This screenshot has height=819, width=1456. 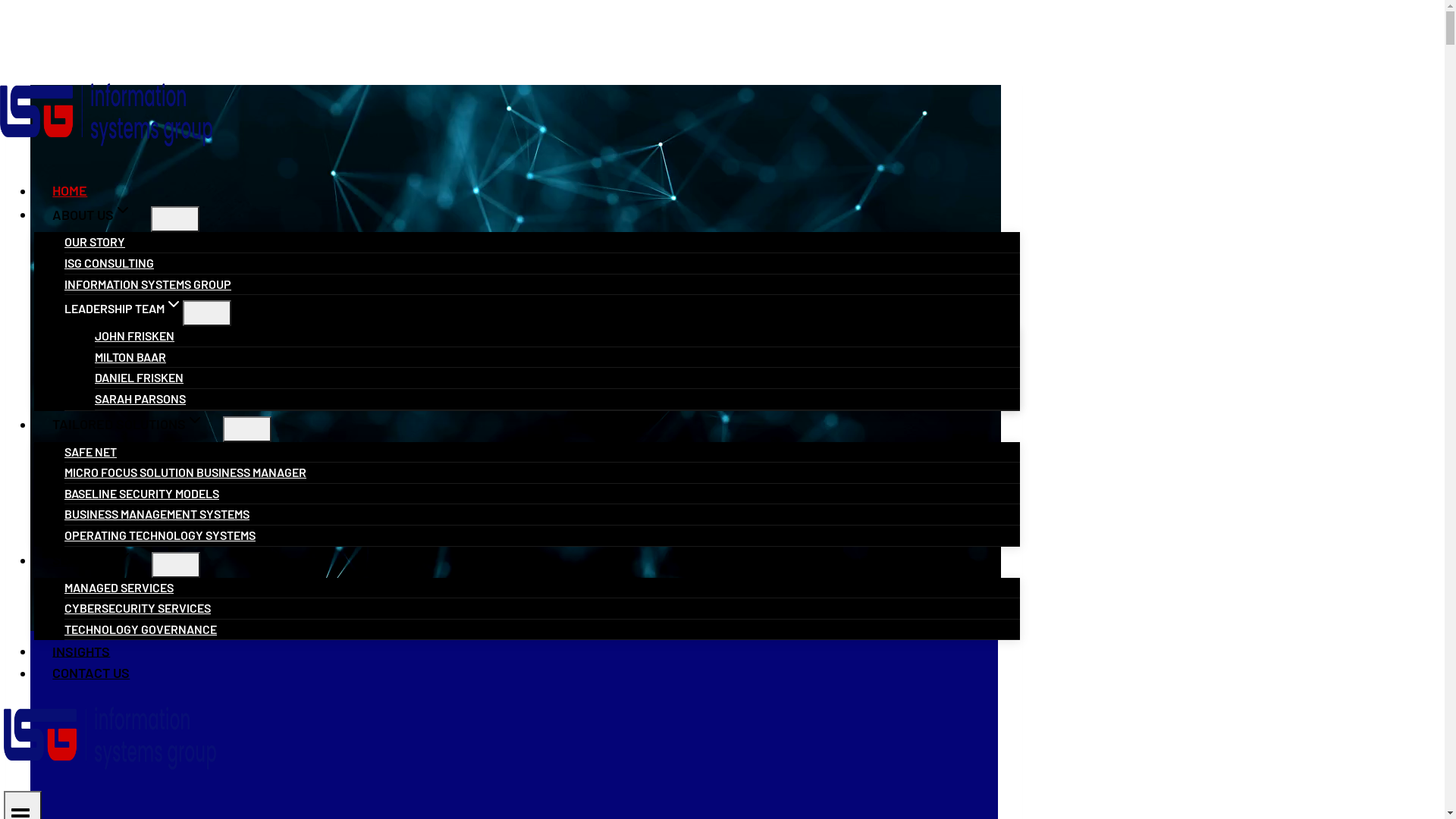 I want to click on 'OUR STORY', so click(x=93, y=240).